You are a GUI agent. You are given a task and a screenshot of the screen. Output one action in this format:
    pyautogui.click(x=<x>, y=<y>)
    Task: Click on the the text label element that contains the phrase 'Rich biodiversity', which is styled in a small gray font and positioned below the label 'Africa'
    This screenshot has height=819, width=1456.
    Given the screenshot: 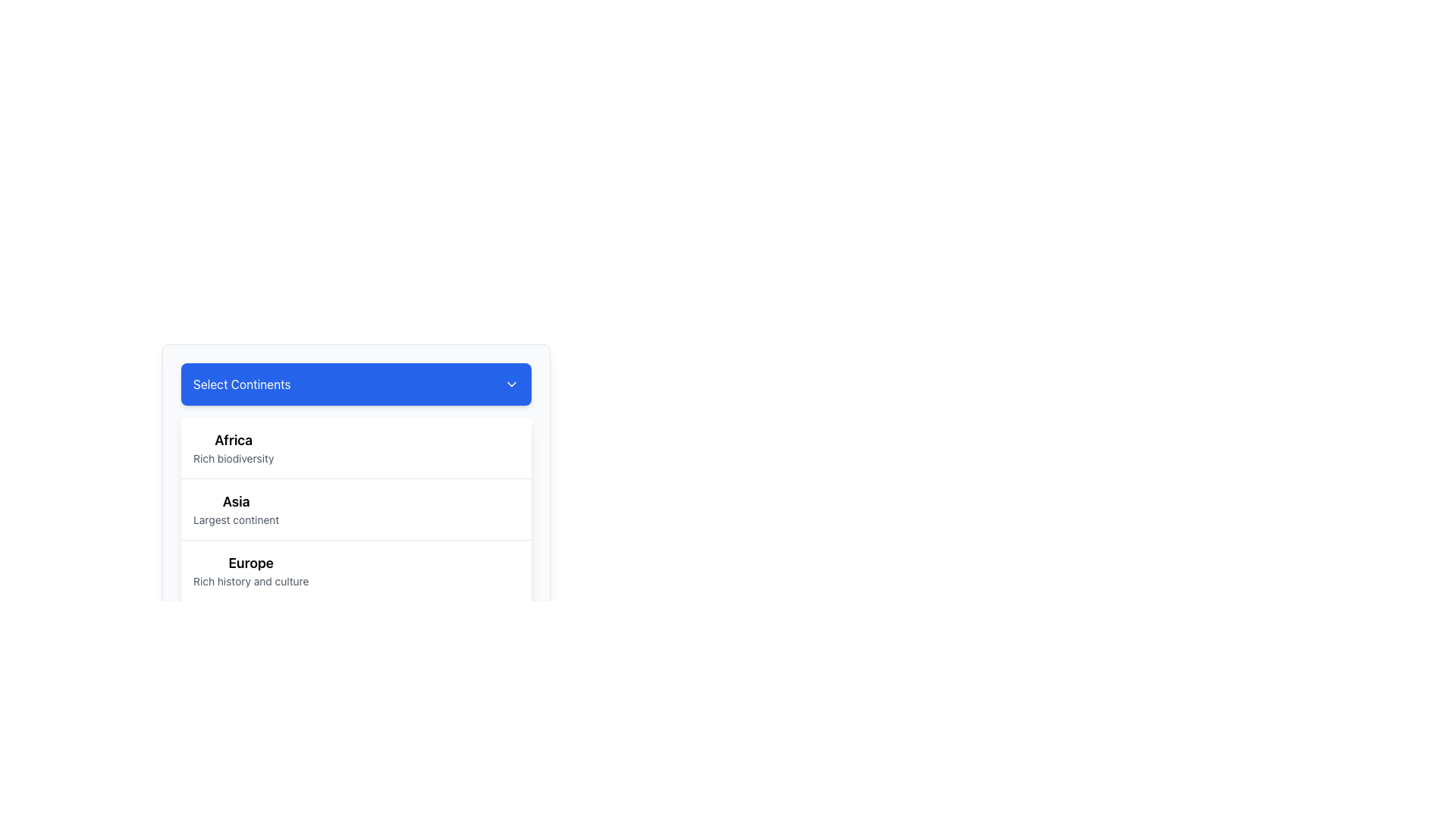 What is the action you would take?
    pyautogui.click(x=233, y=458)
    